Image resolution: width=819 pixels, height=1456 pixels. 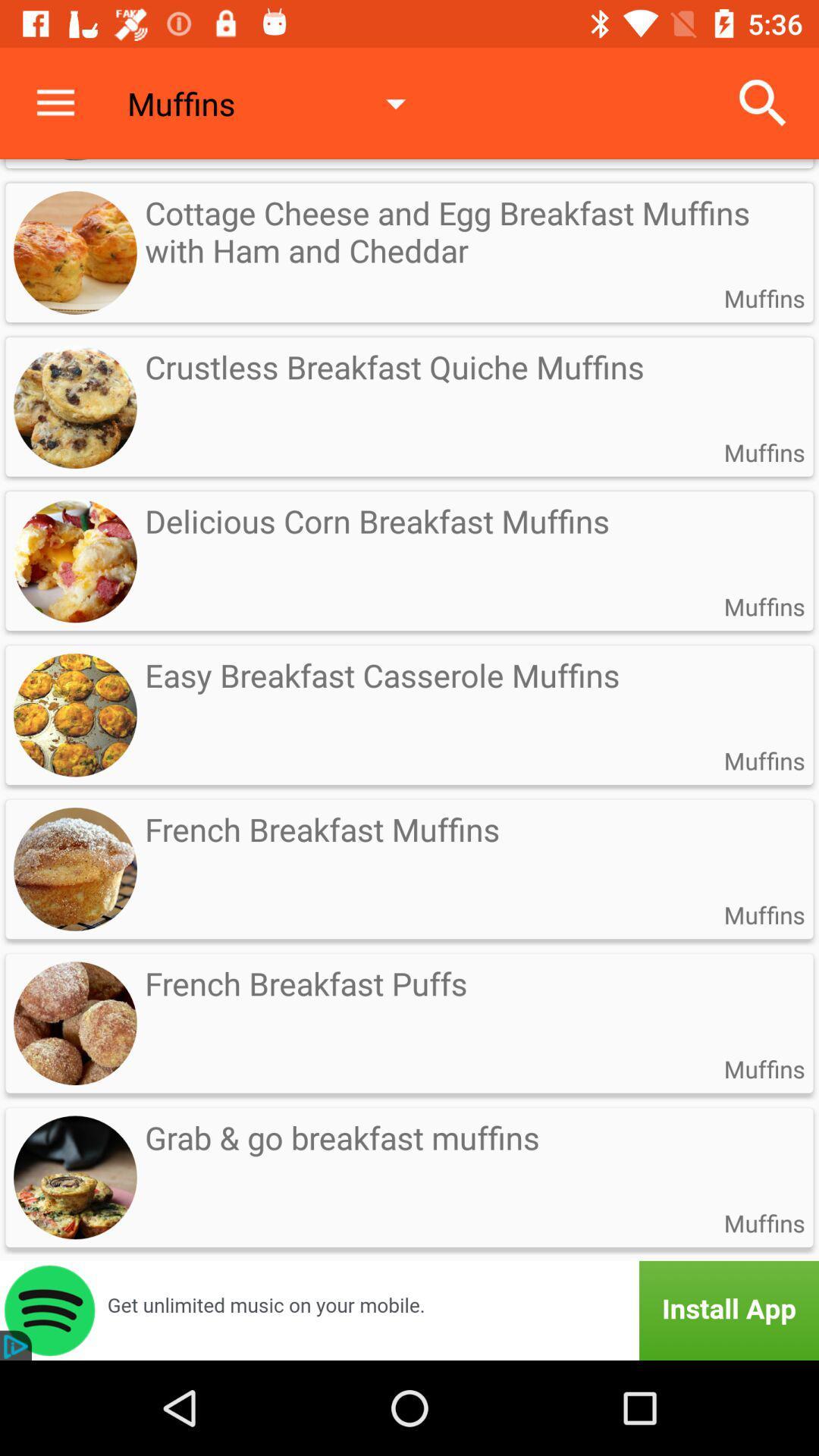 I want to click on install app, so click(x=409, y=1310).